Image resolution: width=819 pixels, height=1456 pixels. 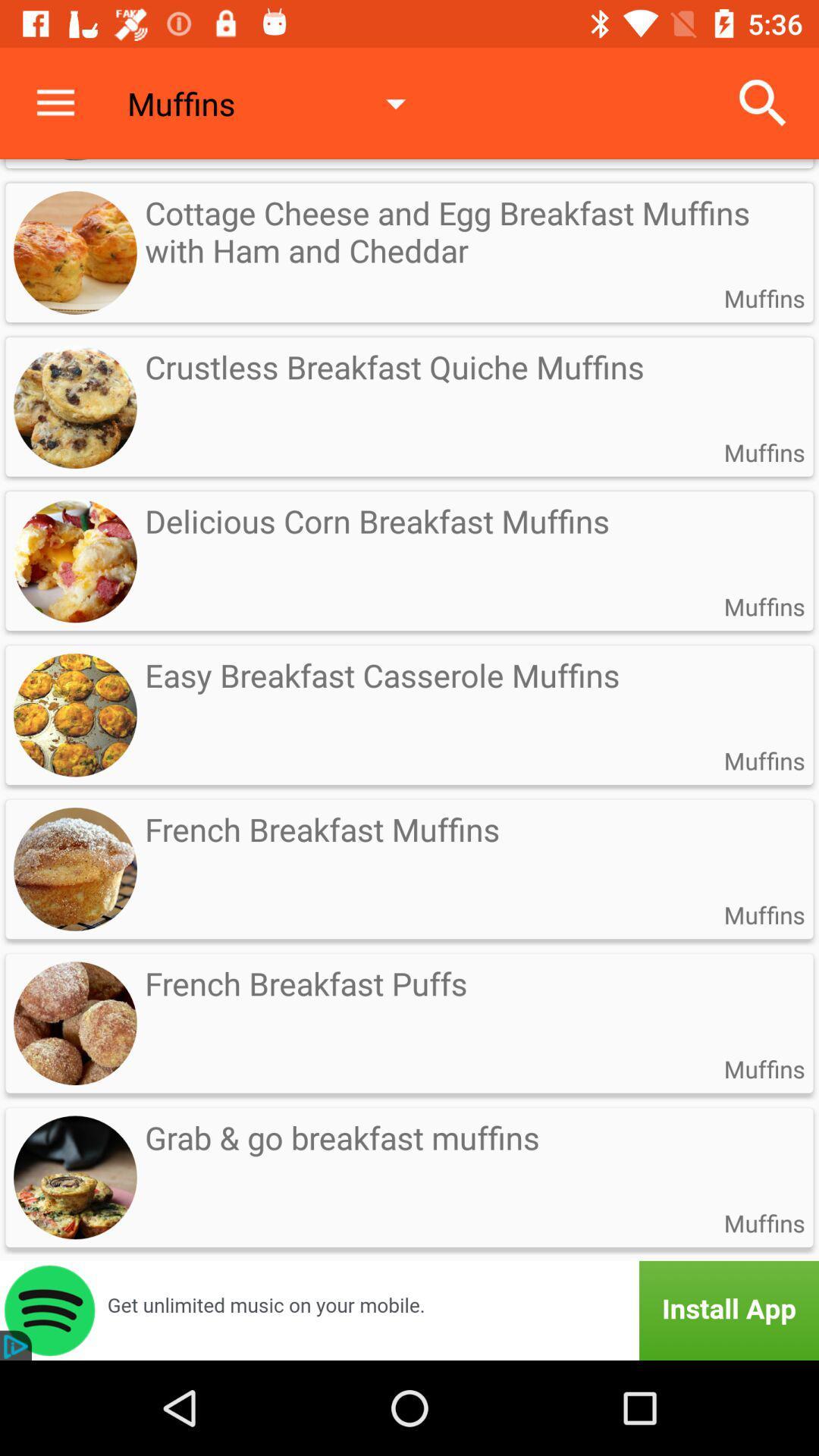 I want to click on install app, so click(x=409, y=1310).